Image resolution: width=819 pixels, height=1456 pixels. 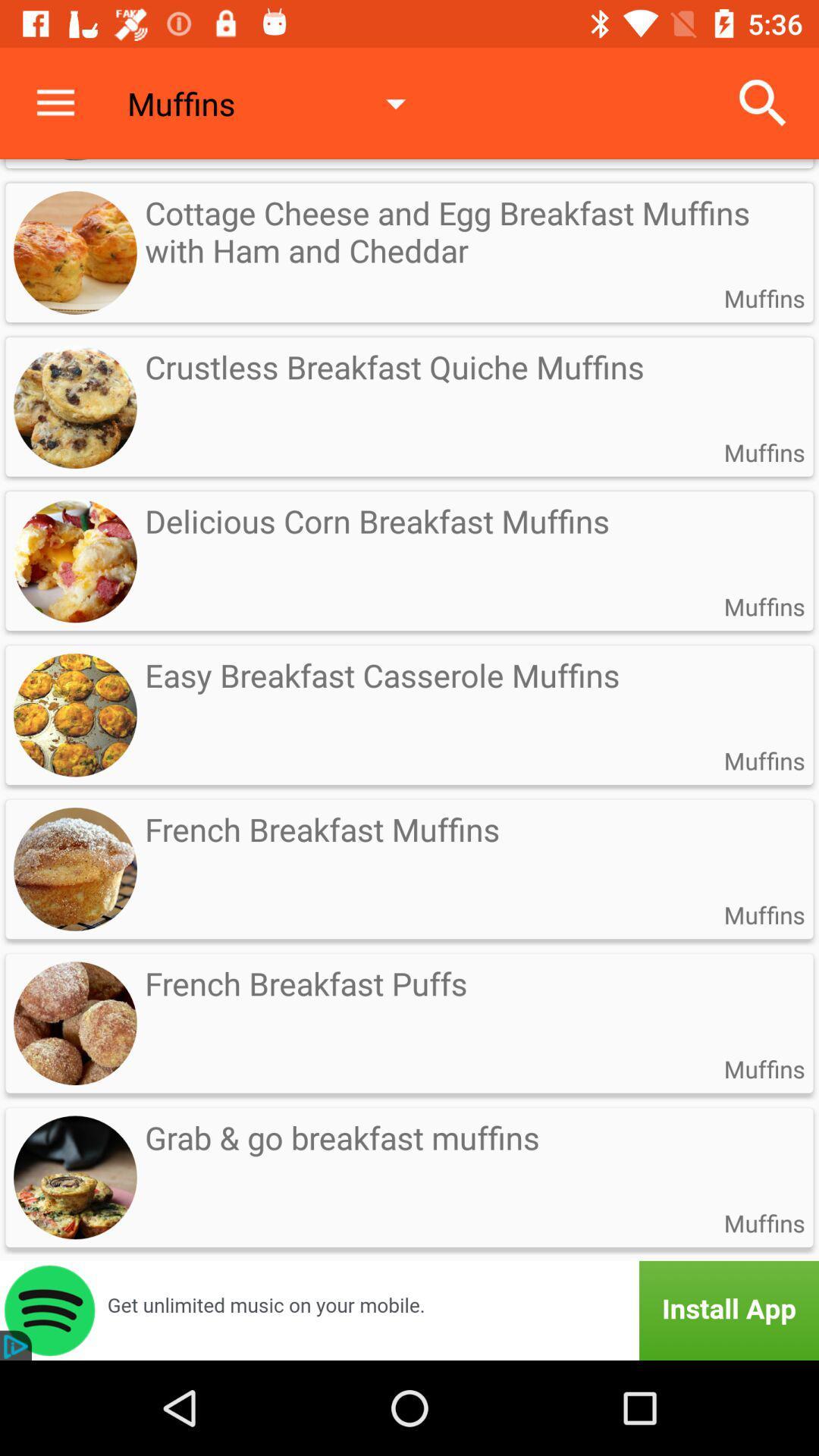 I want to click on install app, so click(x=409, y=1310).